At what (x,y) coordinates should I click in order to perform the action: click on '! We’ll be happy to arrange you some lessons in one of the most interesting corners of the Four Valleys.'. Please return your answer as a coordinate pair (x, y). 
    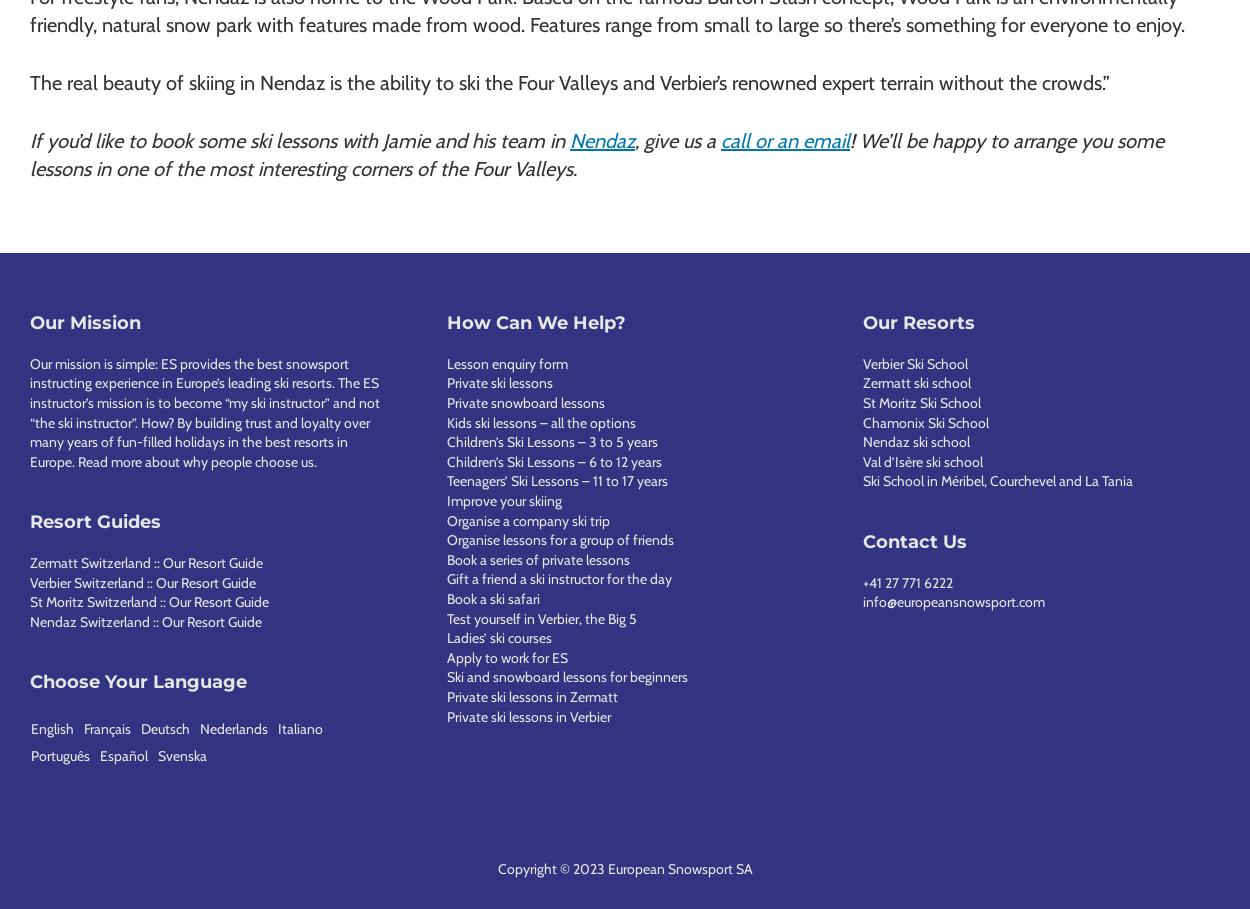
    Looking at the image, I should click on (596, 153).